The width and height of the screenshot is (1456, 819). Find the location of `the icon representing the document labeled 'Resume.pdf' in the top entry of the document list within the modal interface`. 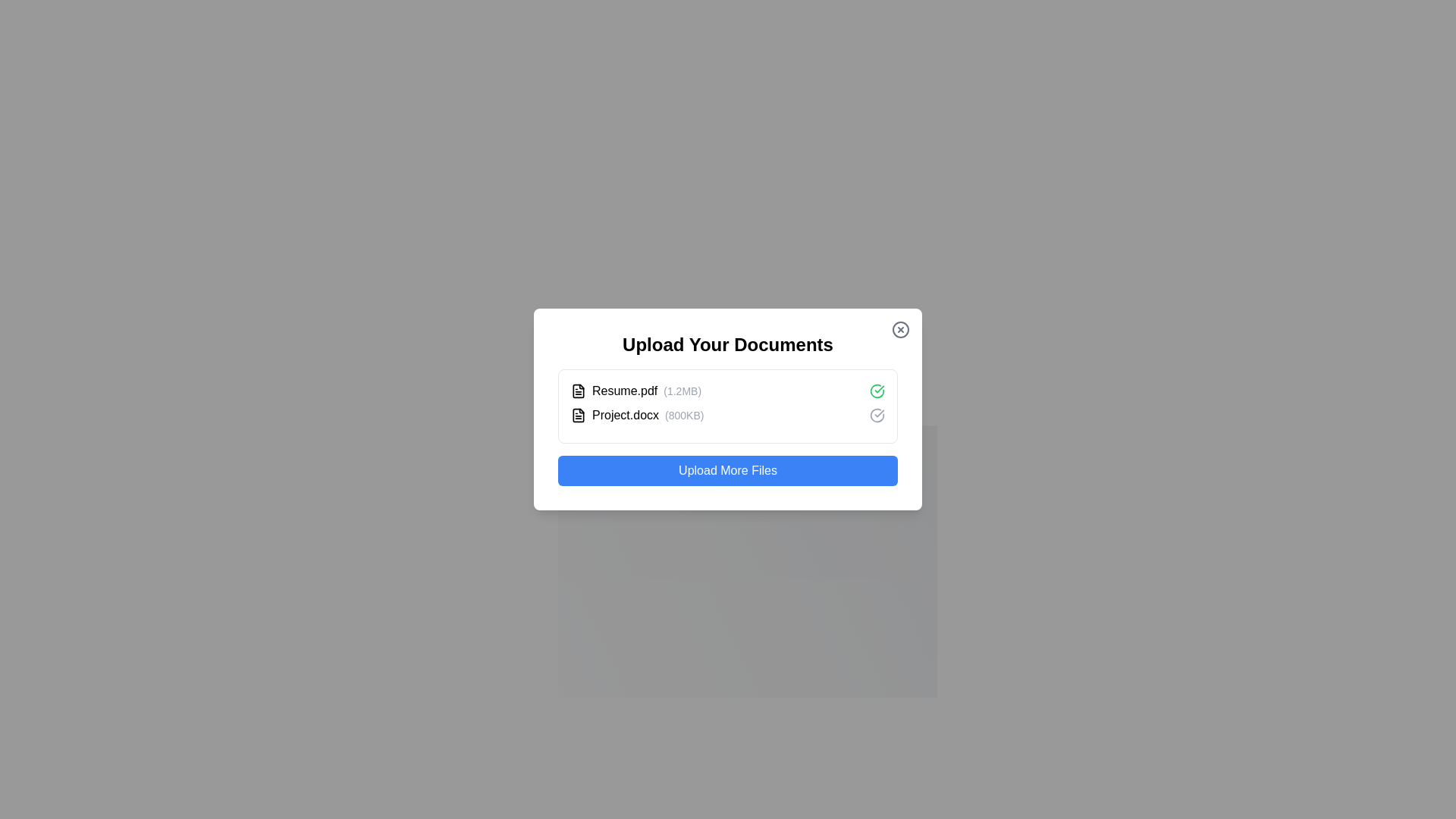

the icon representing the document labeled 'Resume.pdf' in the top entry of the document list within the modal interface is located at coordinates (578, 391).